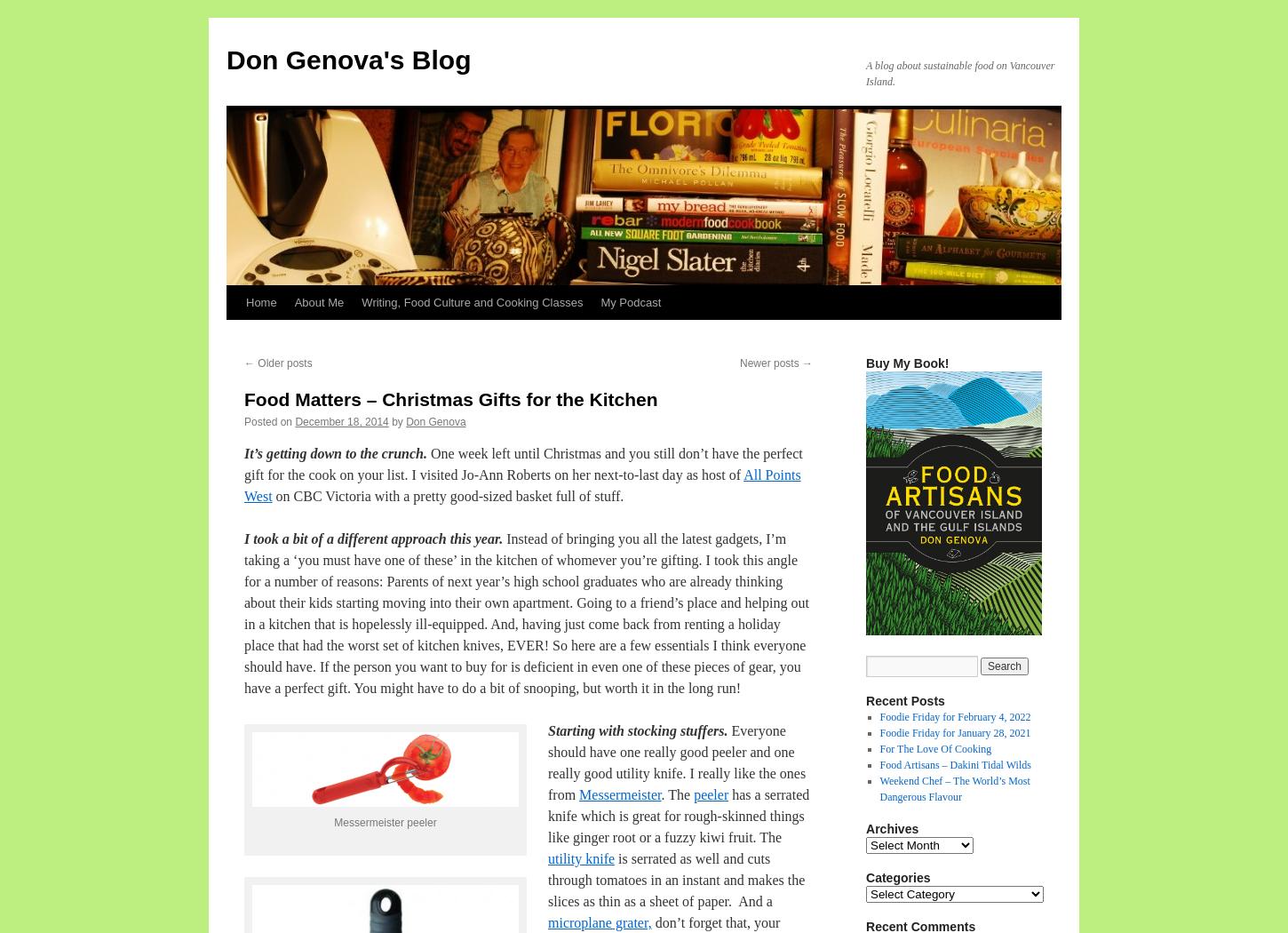 This screenshot has height=933, width=1288. I want to click on 'Buy My Book!', so click(907, 363).